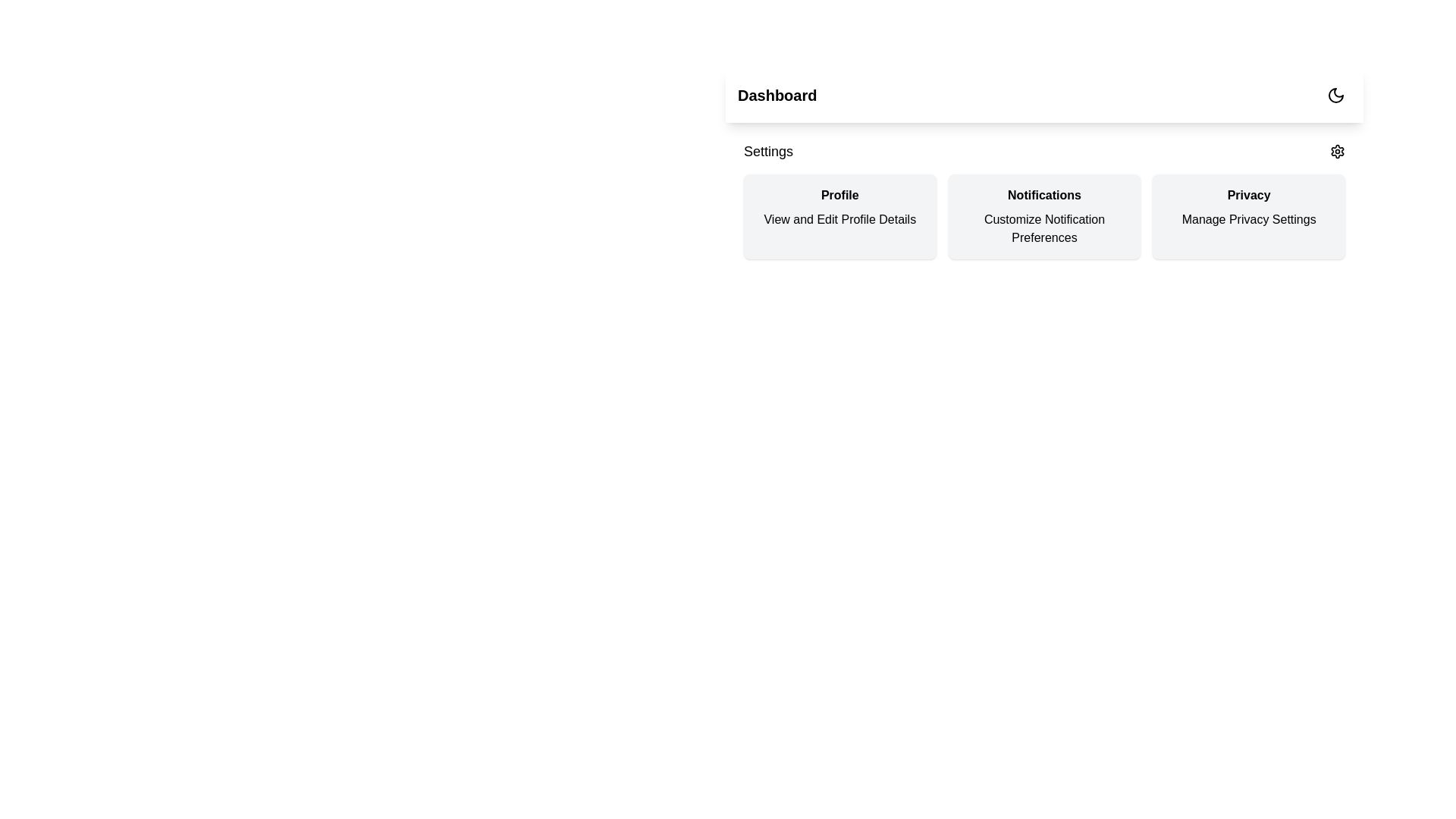 The image size is (1456, 819). I want to click on textual content from the 'Notifications' section header and its subtitle 'Customize Notification Preferences', which is positioned in the middle column of the layout, so click(1043, 199).